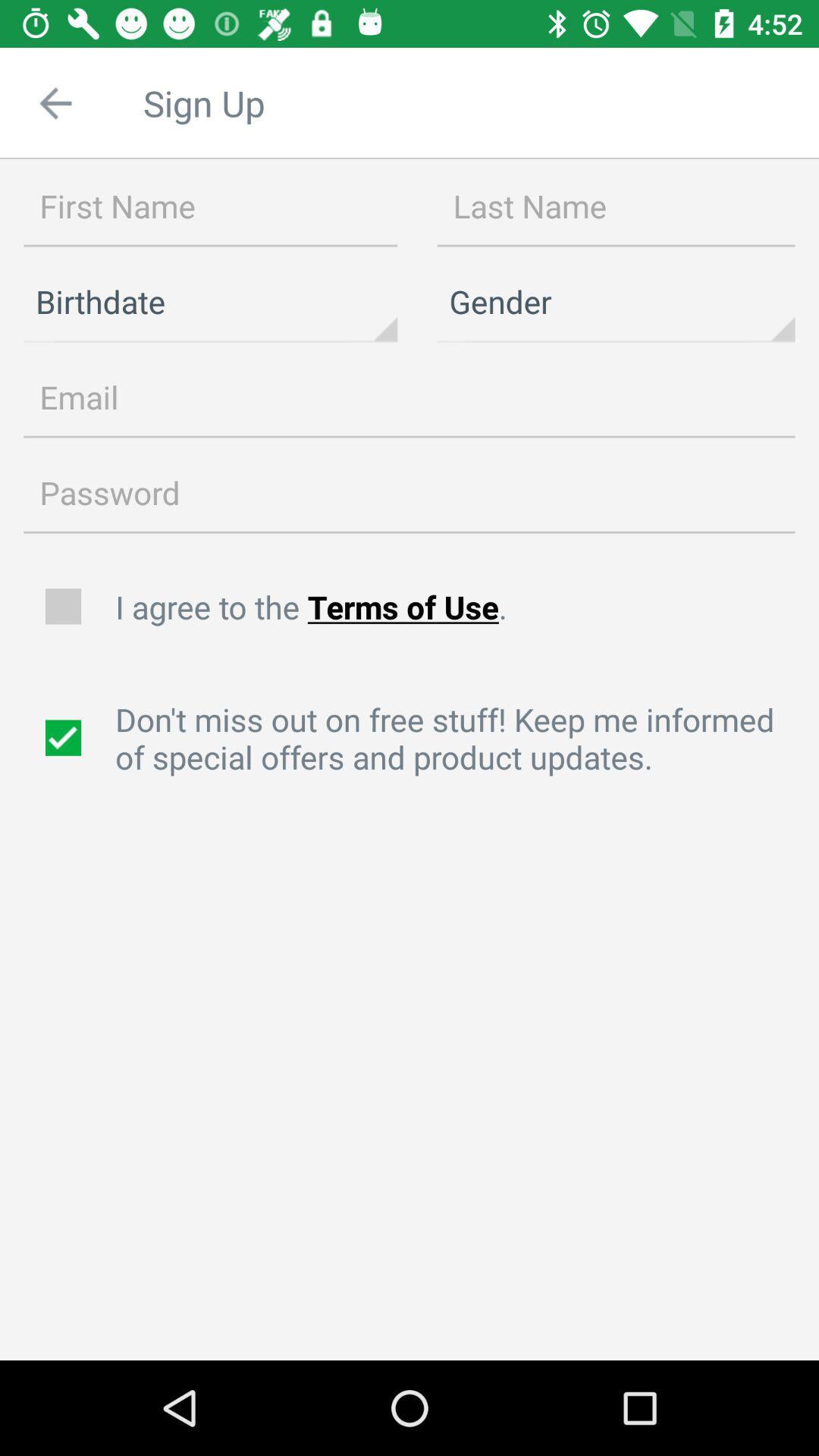  I want to click on email input field, so click(409, 397).